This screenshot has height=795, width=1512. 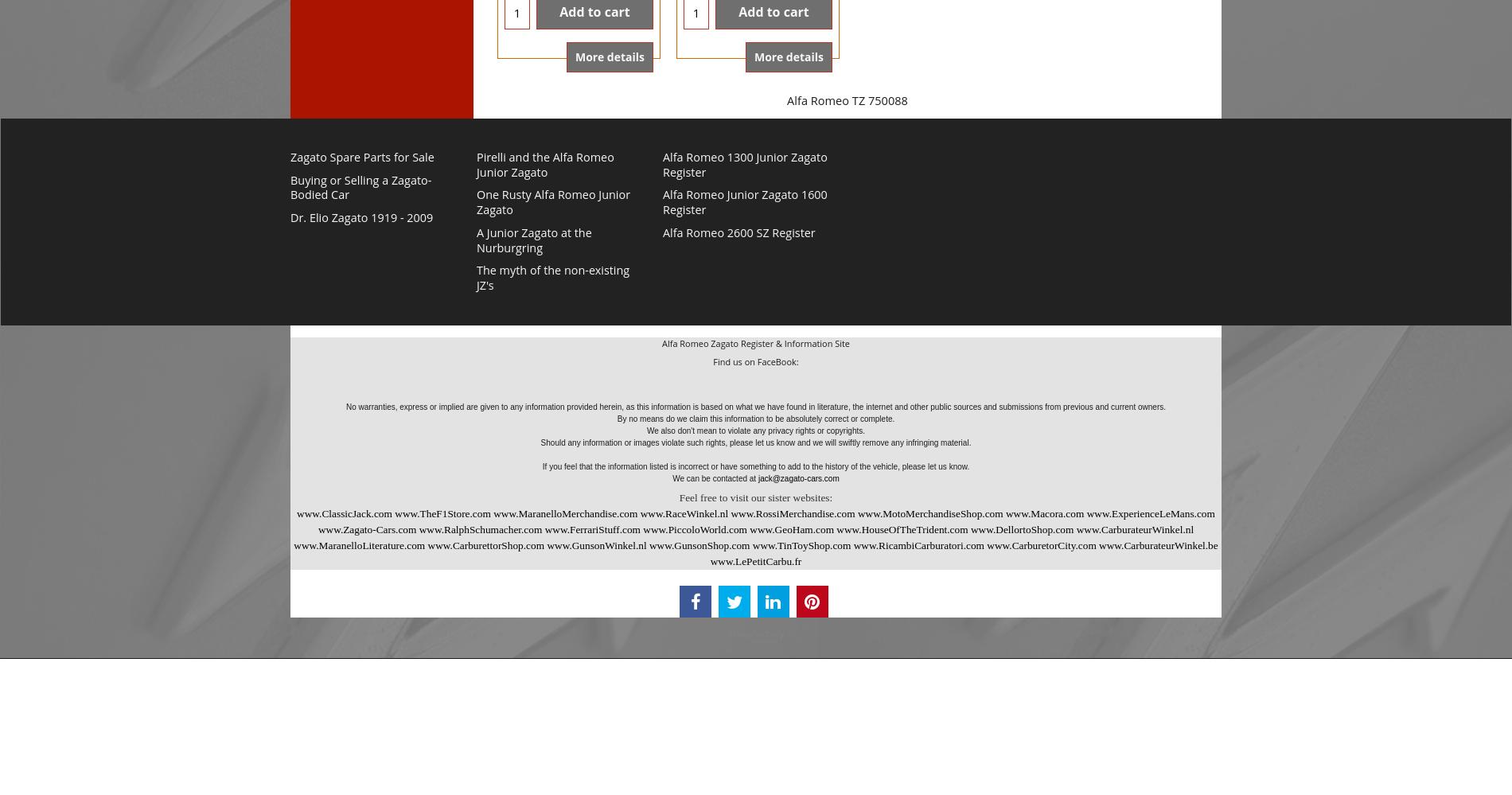 What do you see at coordinates (595, 545) in the screenshot?
I see `'www.GunsonWinkel.nl'` at bounding box center [595, 545].